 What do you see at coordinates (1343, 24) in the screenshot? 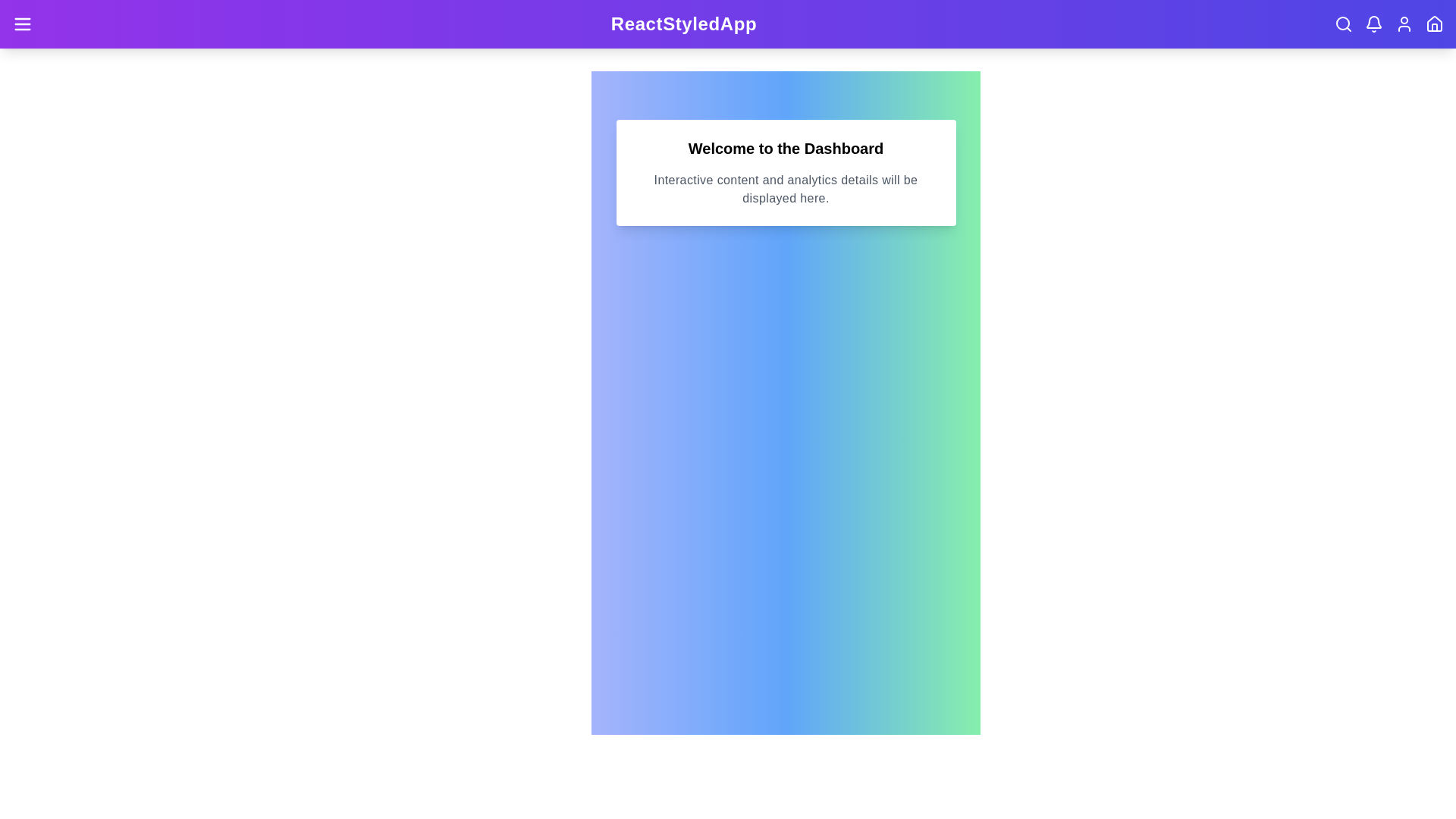
I see `the Search navigation icon to navigate` at bounding box center [1343, 24].